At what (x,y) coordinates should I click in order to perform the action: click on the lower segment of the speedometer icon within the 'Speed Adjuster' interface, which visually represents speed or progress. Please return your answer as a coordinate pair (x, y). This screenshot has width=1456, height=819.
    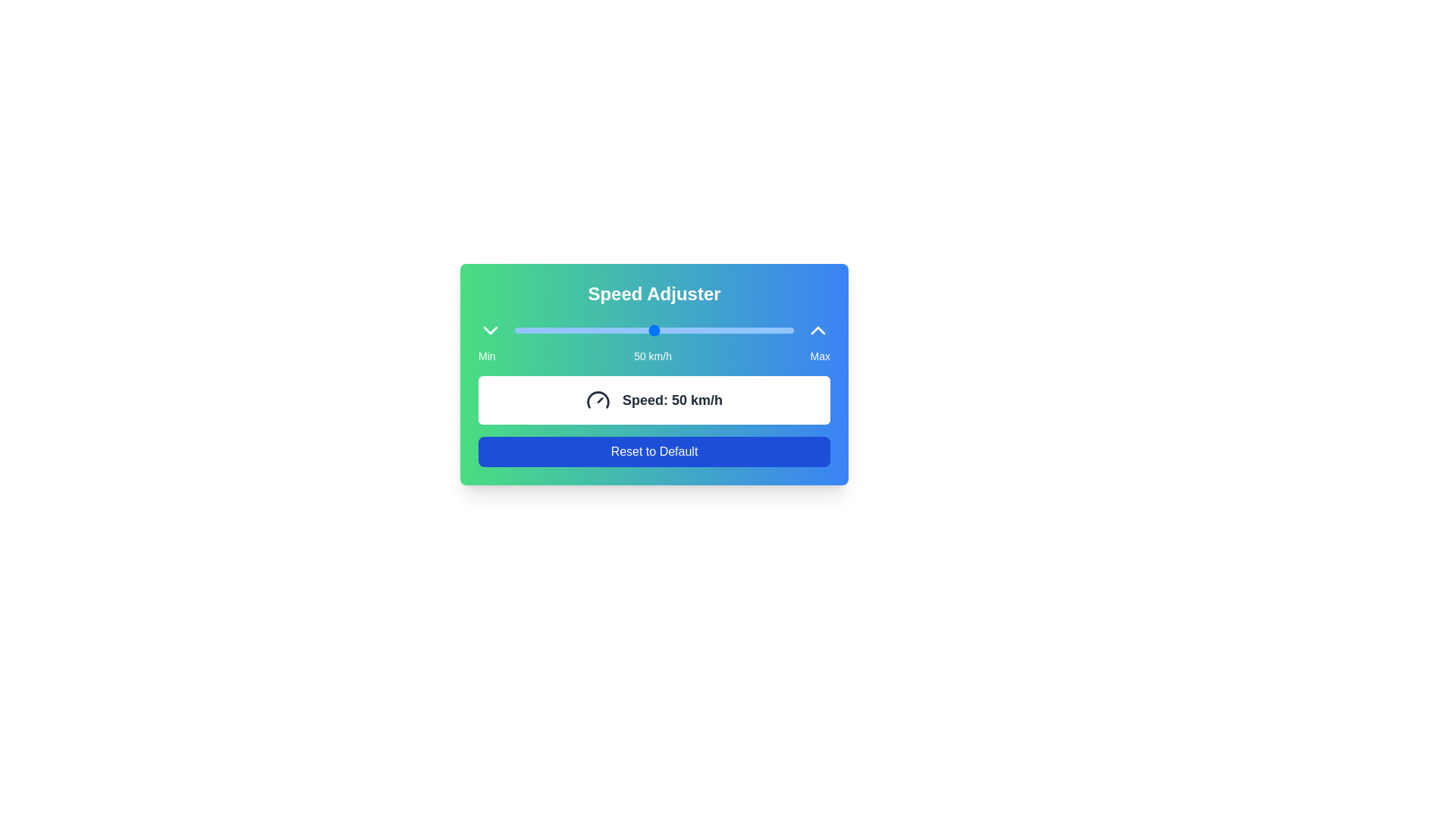
    Looking at the image, I should click on (597, 399).